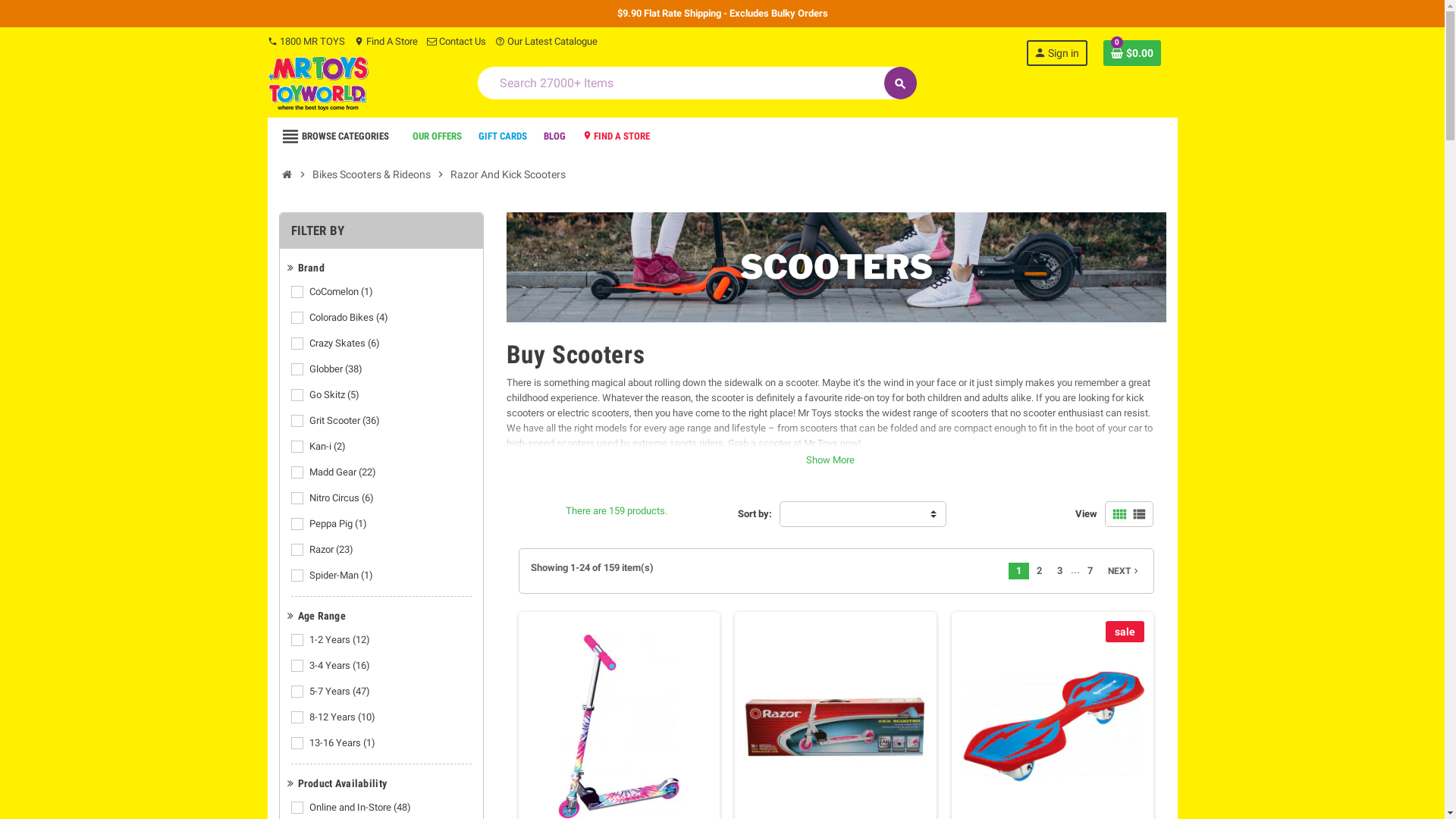 This screenshot has height=819, width=1456. Describe the element at coordinates (494, 40) in the screenshot. I see `'help_outline Our Latest Catalogue'` at that location.